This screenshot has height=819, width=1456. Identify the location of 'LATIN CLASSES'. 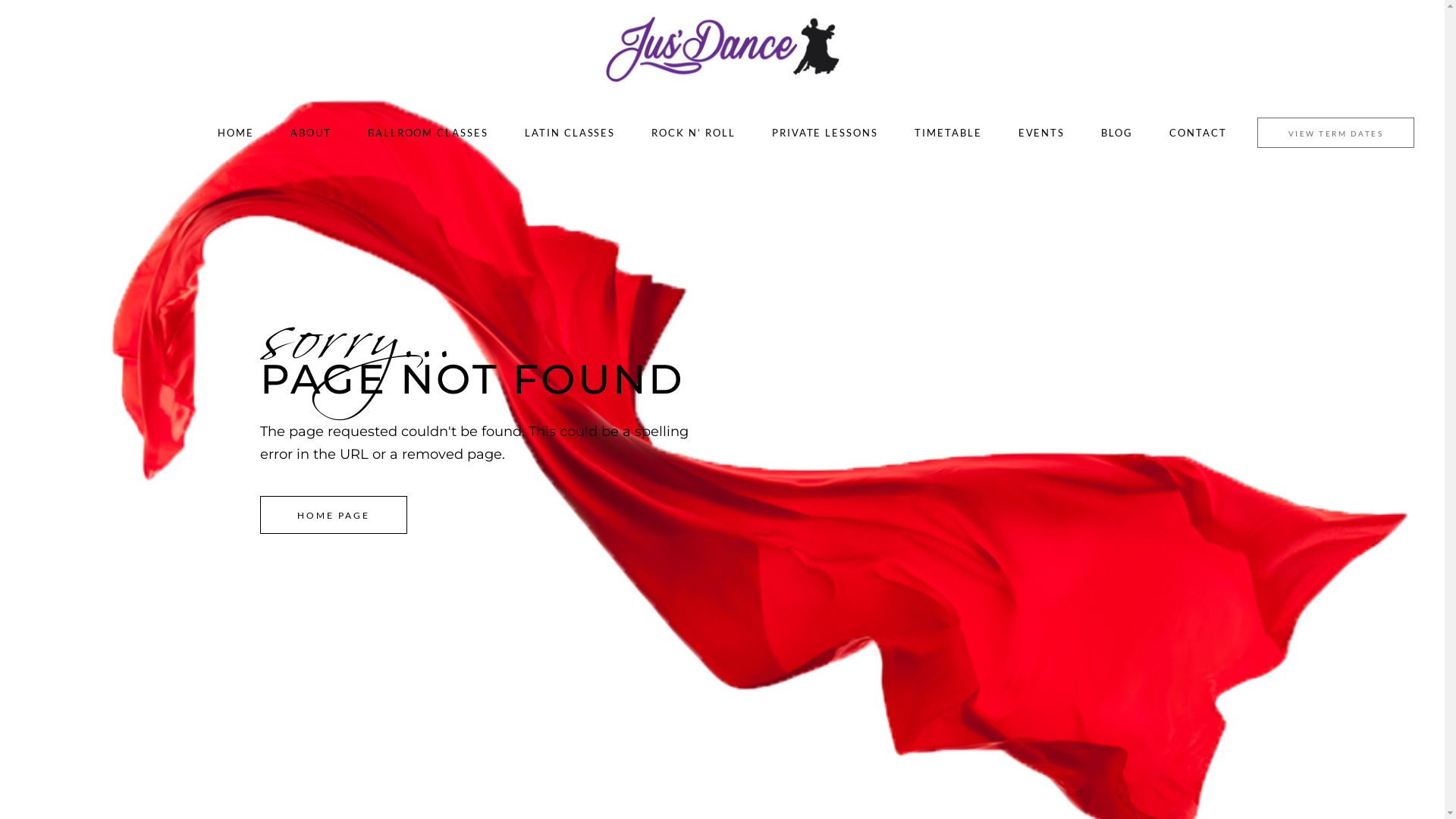
(569, 131).